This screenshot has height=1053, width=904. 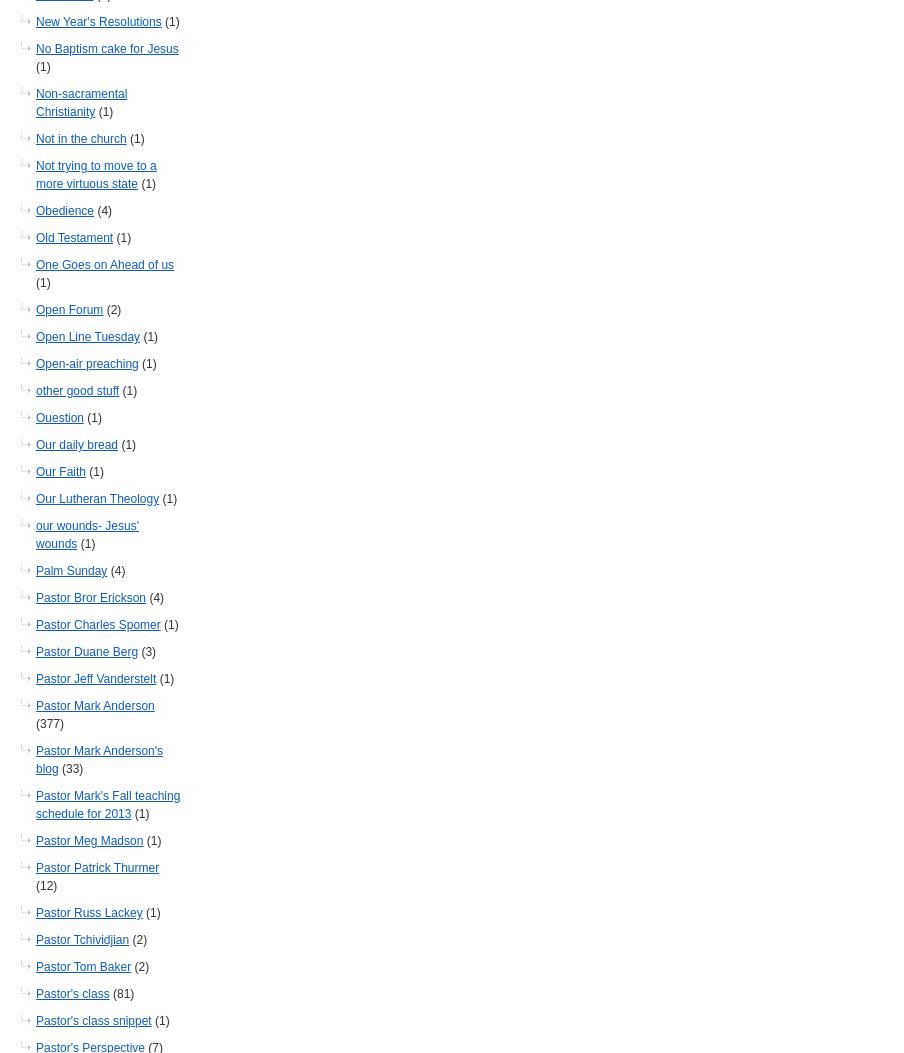 What do you see at coordinates (87, 335) in the screenshot?
I see `'Open Line Tuesday'` at bounding box center [87, 335].